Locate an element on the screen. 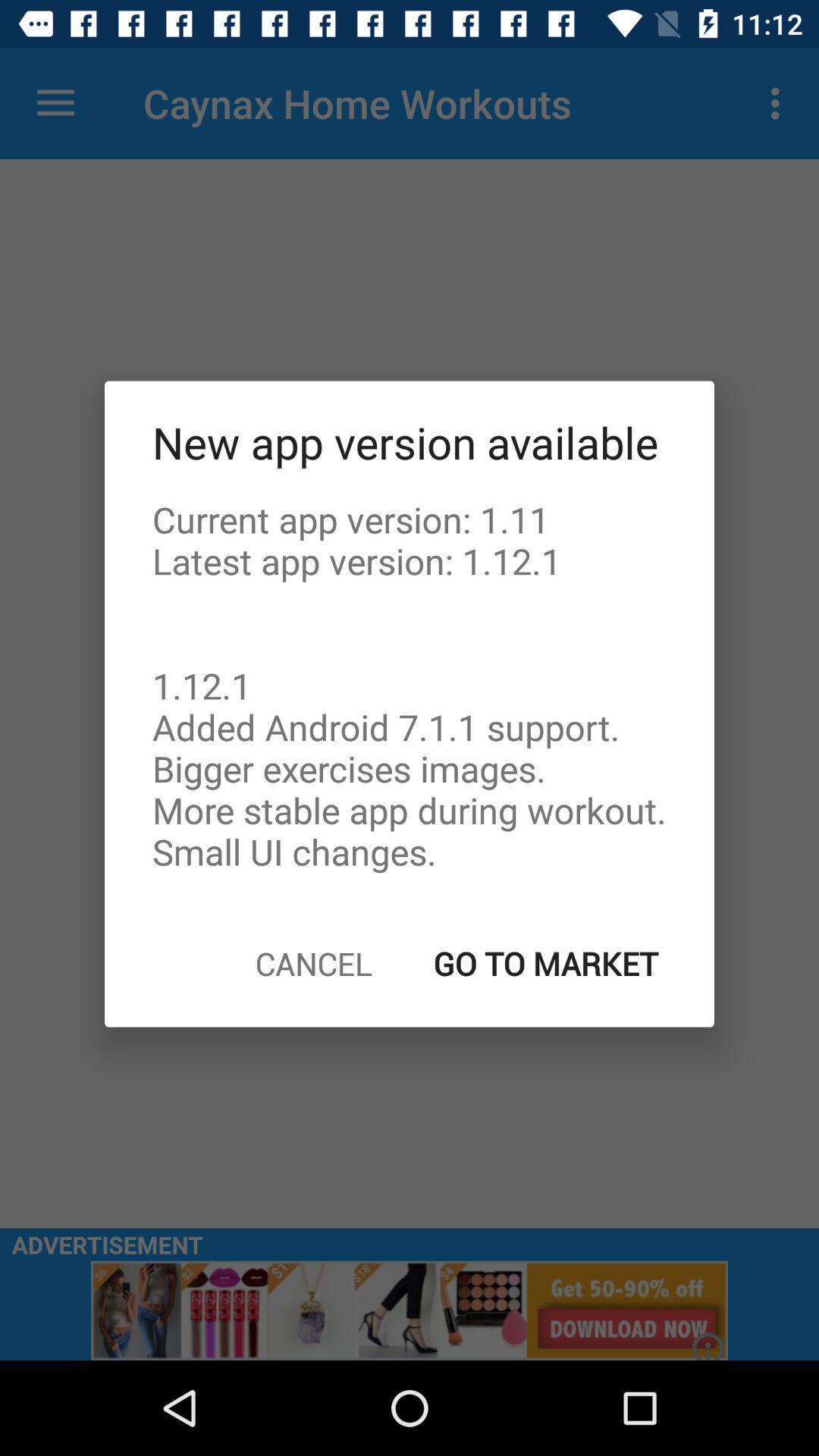 Image resolution: width=819 pixels, height=1456 pixels. the item below current app version icon is located at coordinates (546, 962).